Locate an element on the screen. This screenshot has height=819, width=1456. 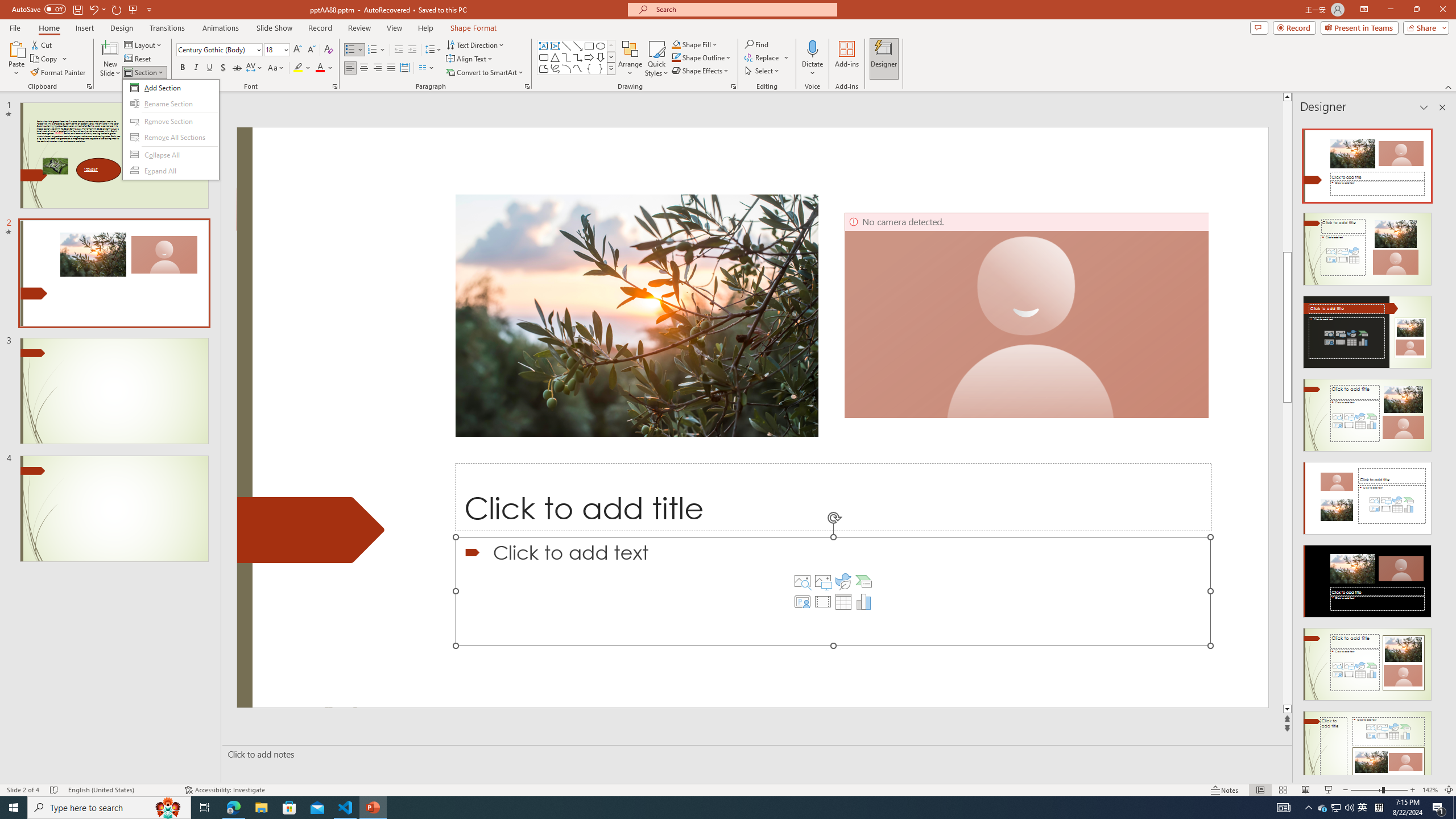
'Shape Outline Teal, Accent 1' is located at coordinates (676, 56).